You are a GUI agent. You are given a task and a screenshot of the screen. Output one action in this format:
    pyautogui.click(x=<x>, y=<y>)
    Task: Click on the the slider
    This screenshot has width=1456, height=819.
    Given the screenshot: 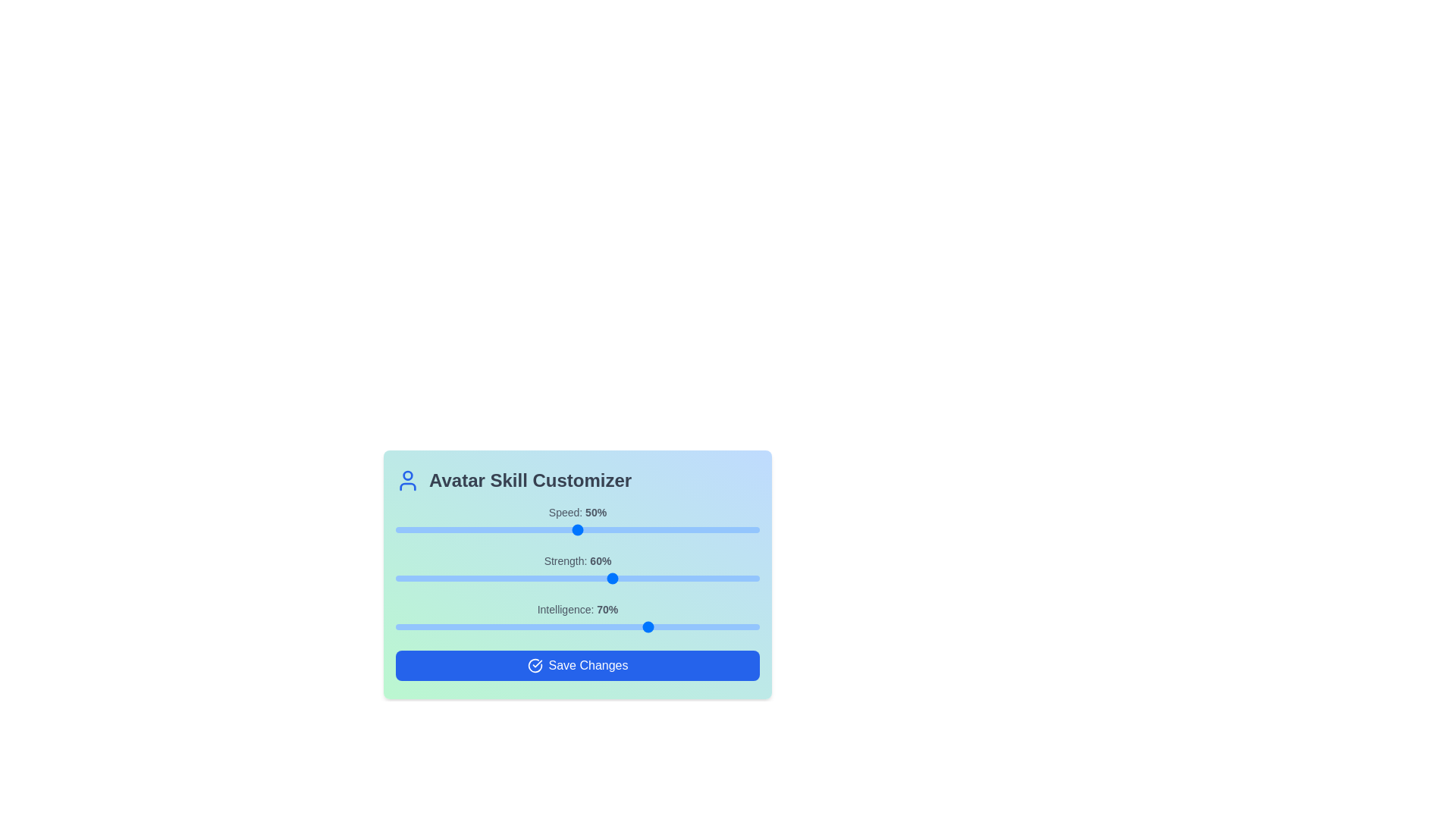 What is the action you would take?
    pyautogui.click(x=723, y=626)
    